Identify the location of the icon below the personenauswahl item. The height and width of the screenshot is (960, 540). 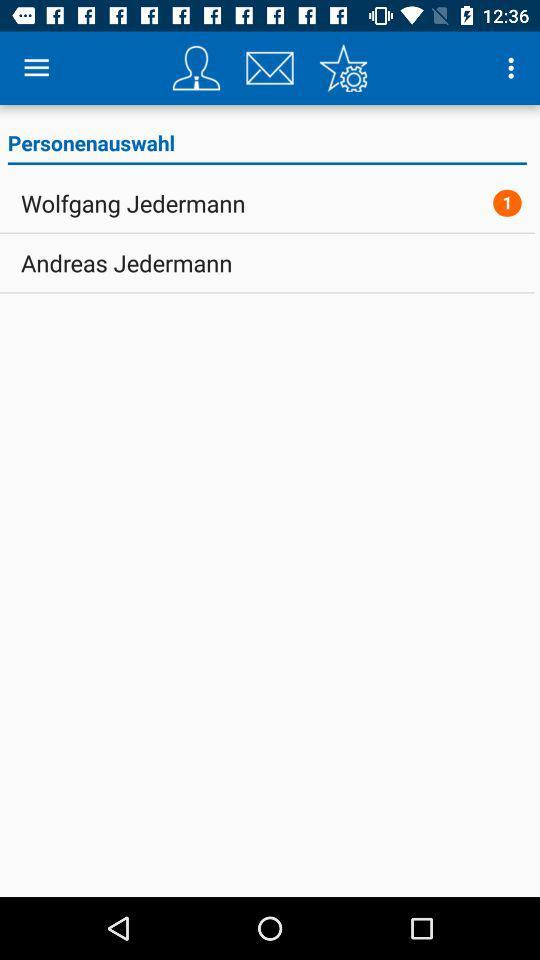
(507, 203).